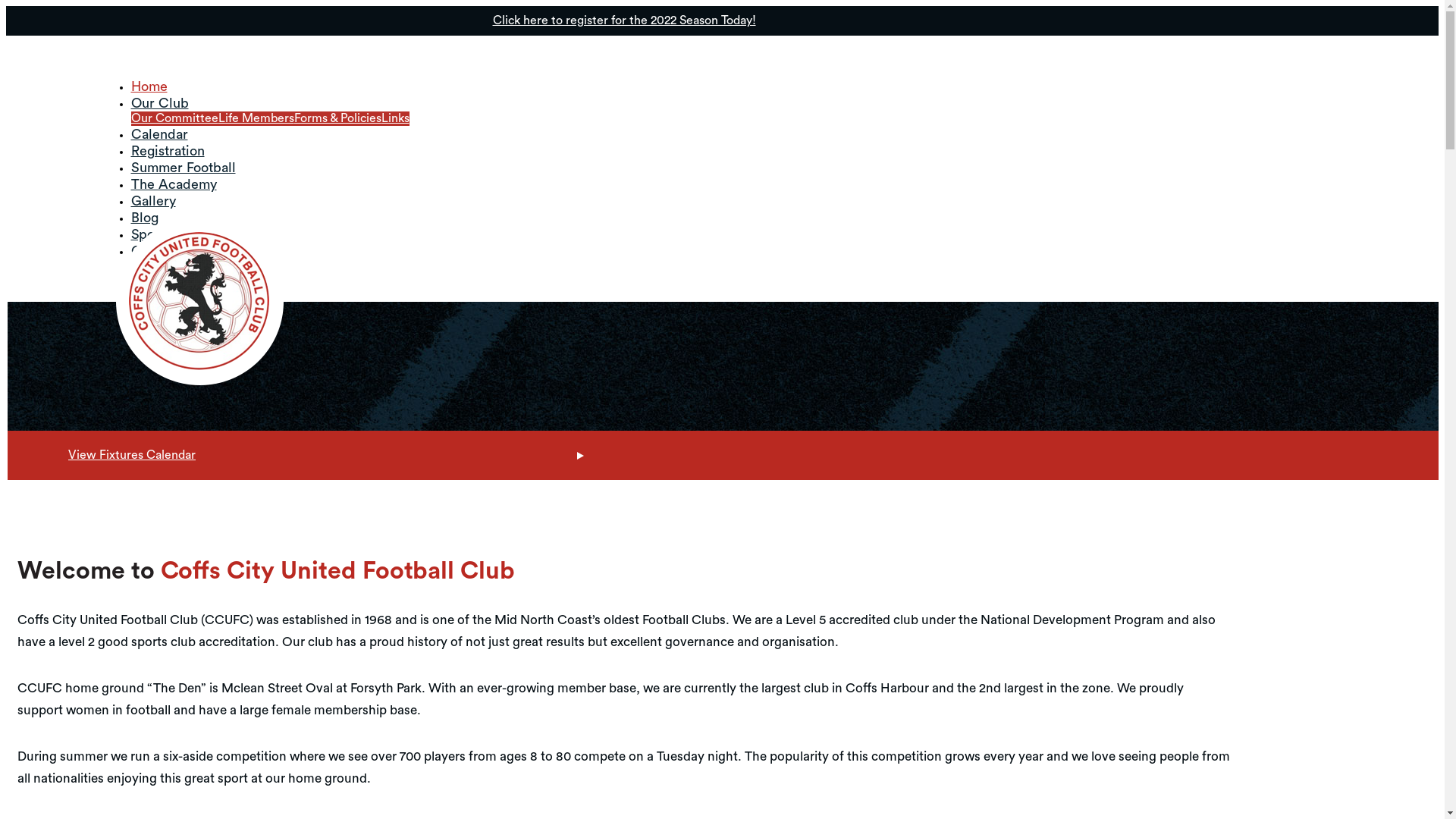 The image size is (1456, 819). I want to click on 'Summer Football', so click(182, 167).